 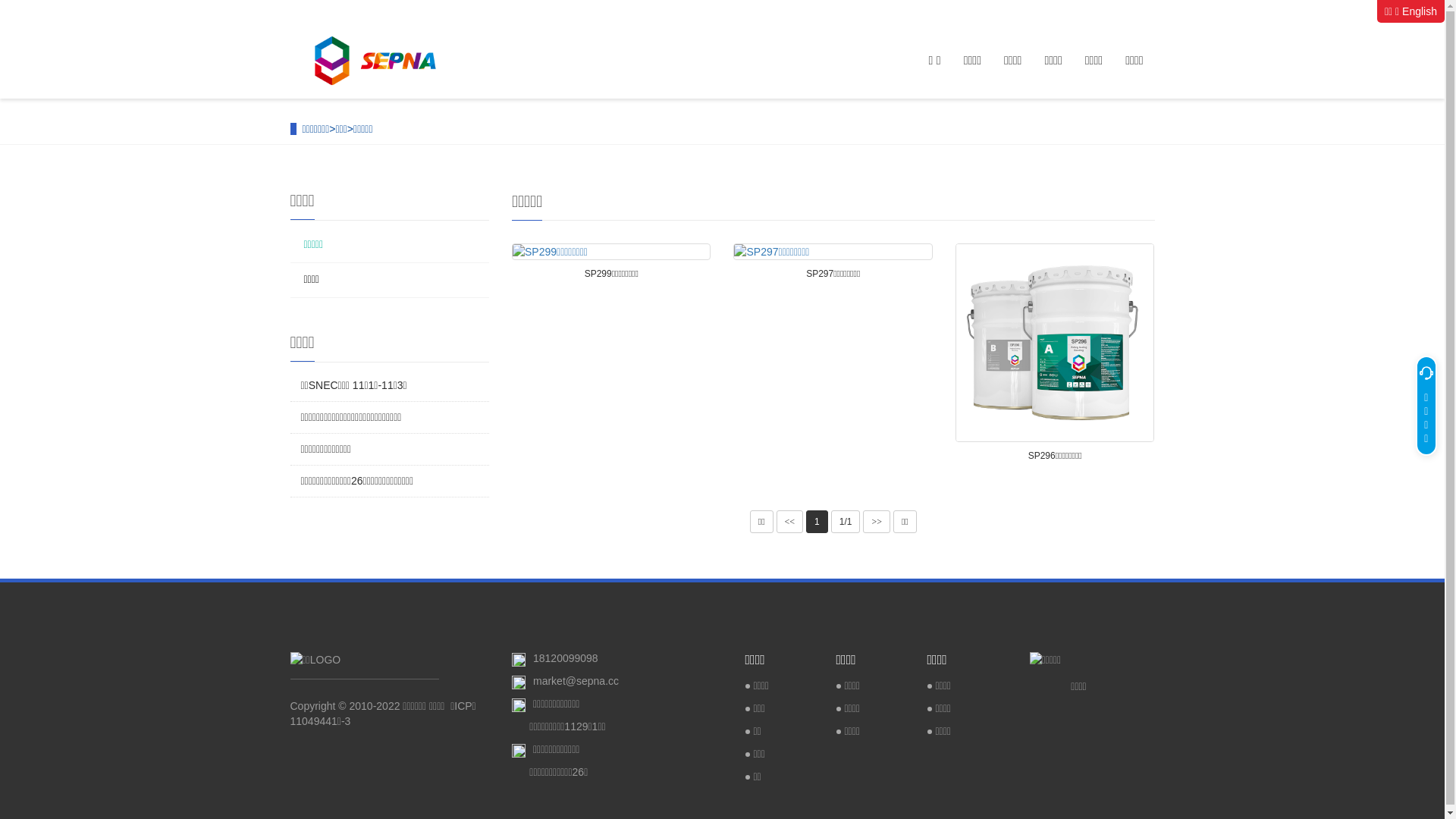 I want to click on '1', so click(x=816, y=520).